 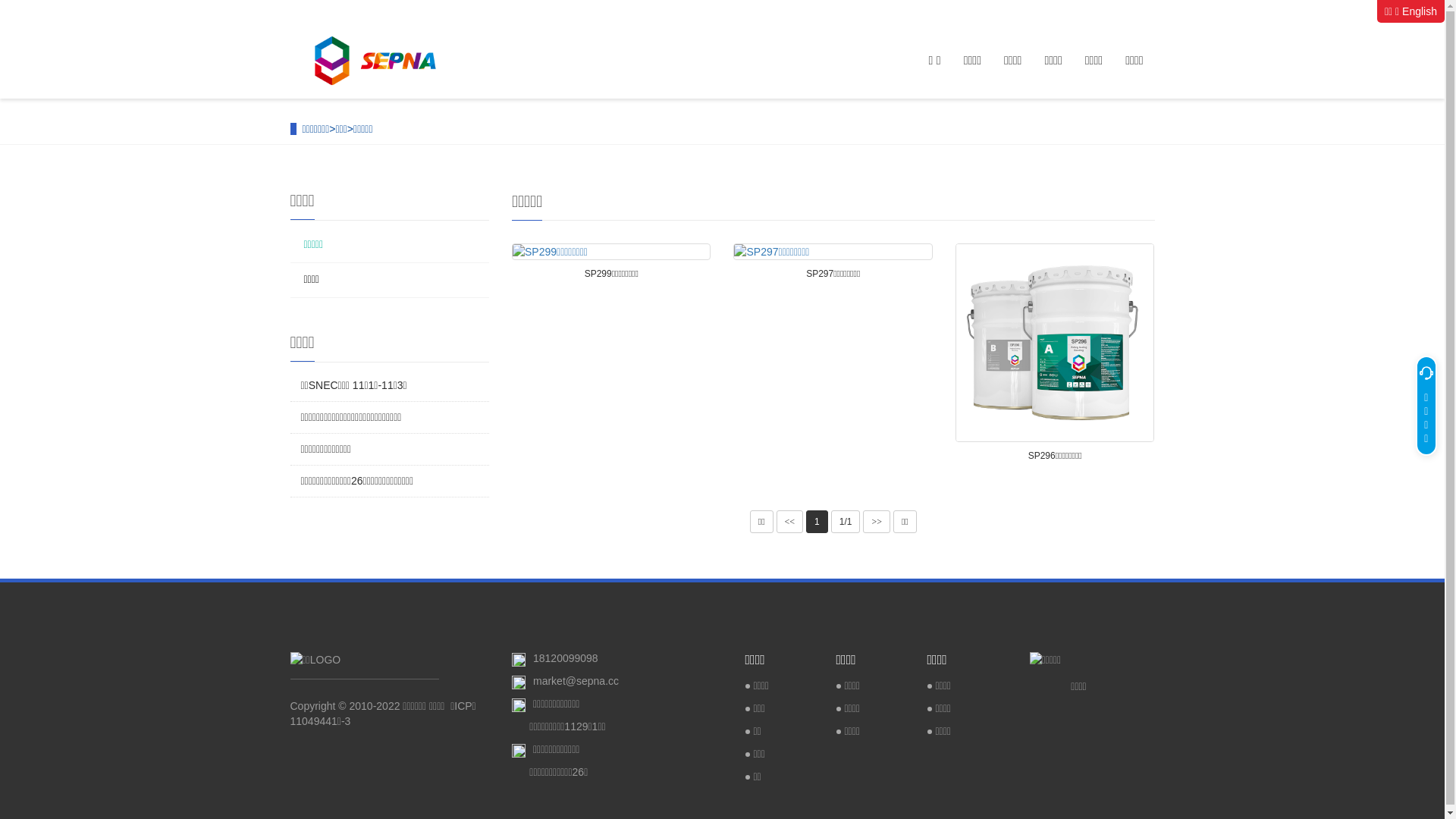 I want to click on '1', so click(x=816, y=520).